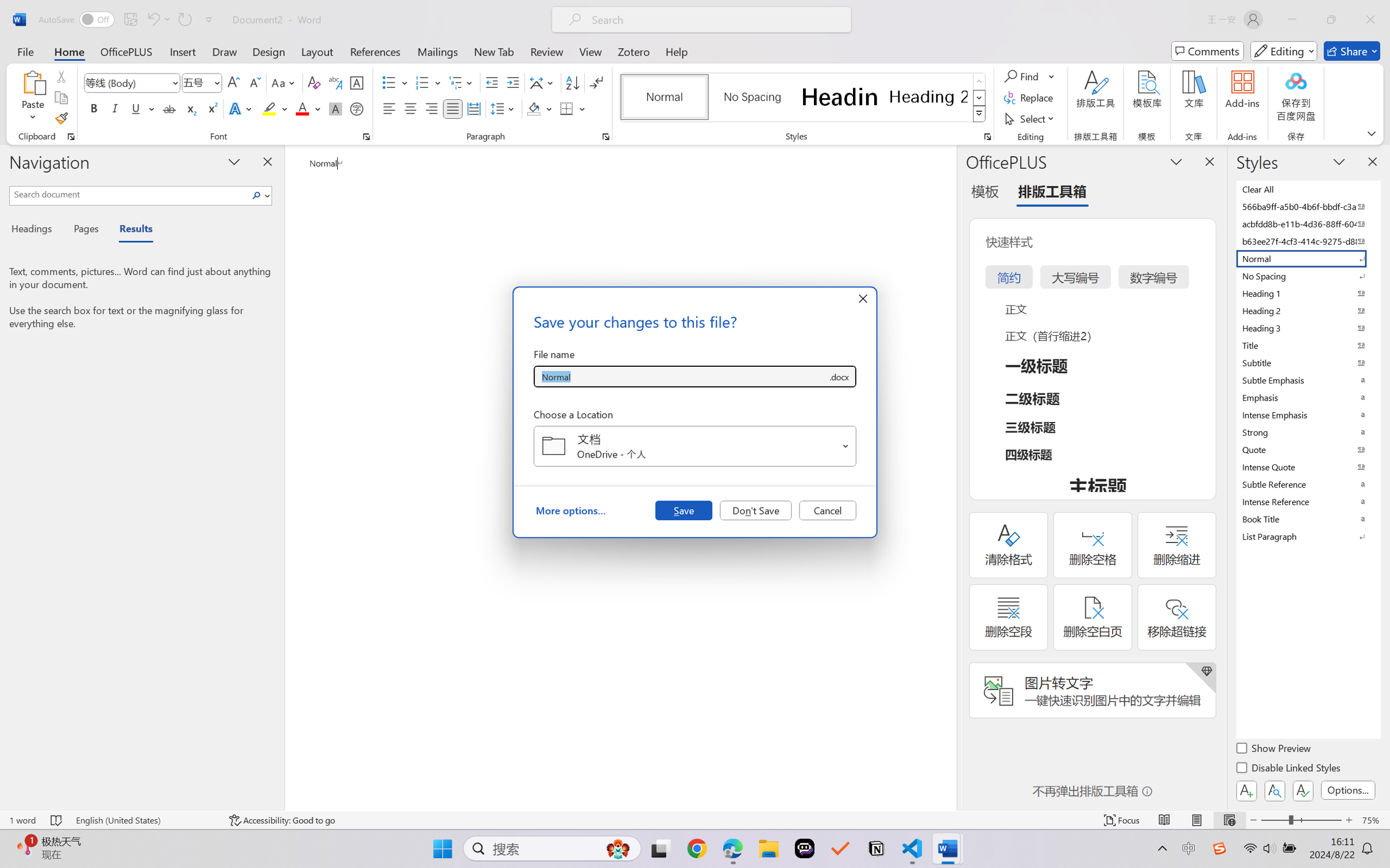  I want to click on 'Heading 3', so click(1307, 327).